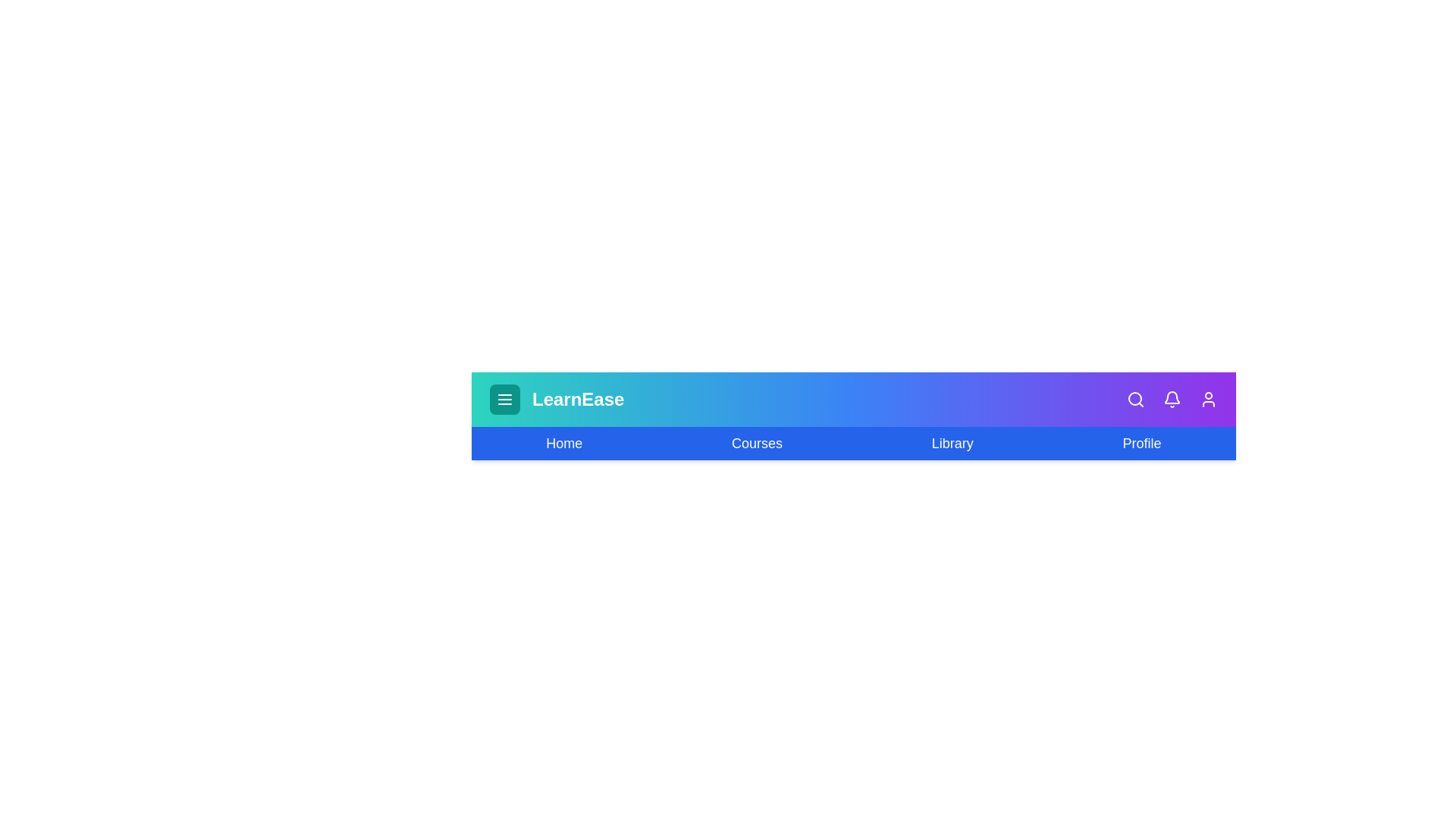 The image size is (1456, 819). Describe the element at coordinates (952, 444) in the screenshot. I see `the navigation option Library to navigate to the respective section` at that location.